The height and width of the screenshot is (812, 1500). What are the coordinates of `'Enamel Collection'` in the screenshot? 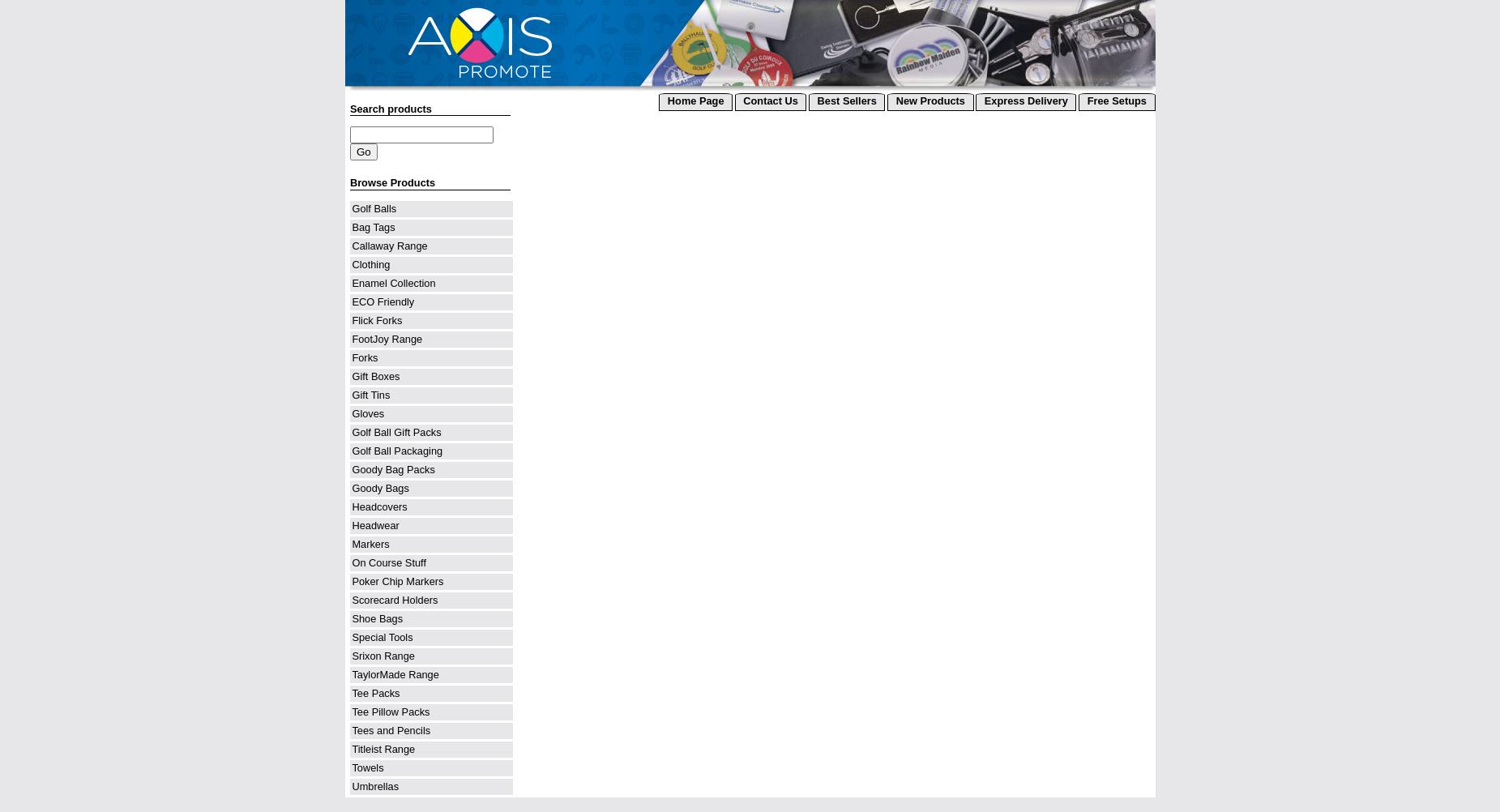 It's located at (393, 283).